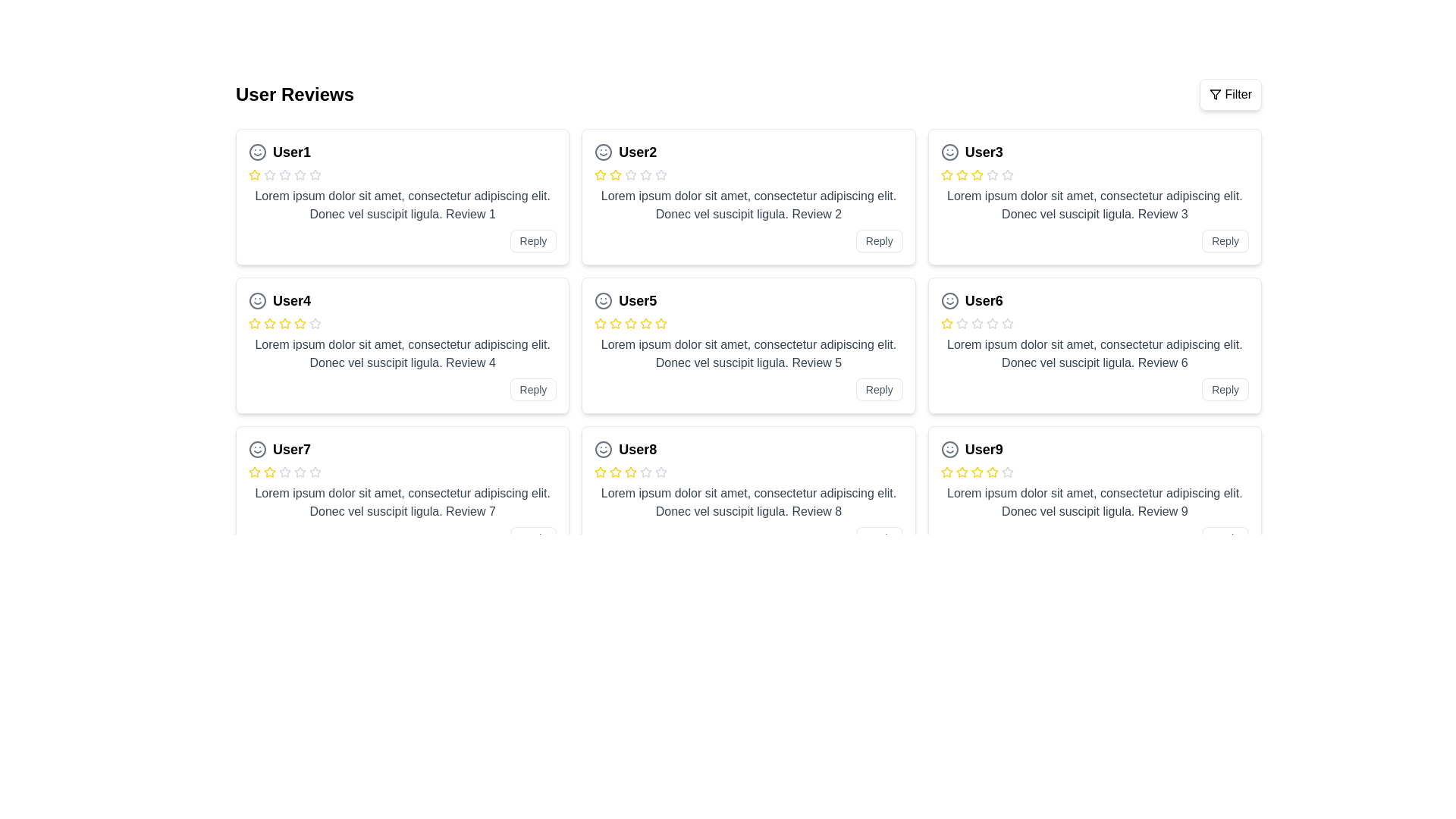 The height and width of the screenshot is (819, 1456). What do you see at coordinates (949, 301) in the screenshot?
I see `smiley face icon located at the upper-left corner of the review card for 'User6', which is styled in gray and features a minimalist design` at bounding box center [949, 301].